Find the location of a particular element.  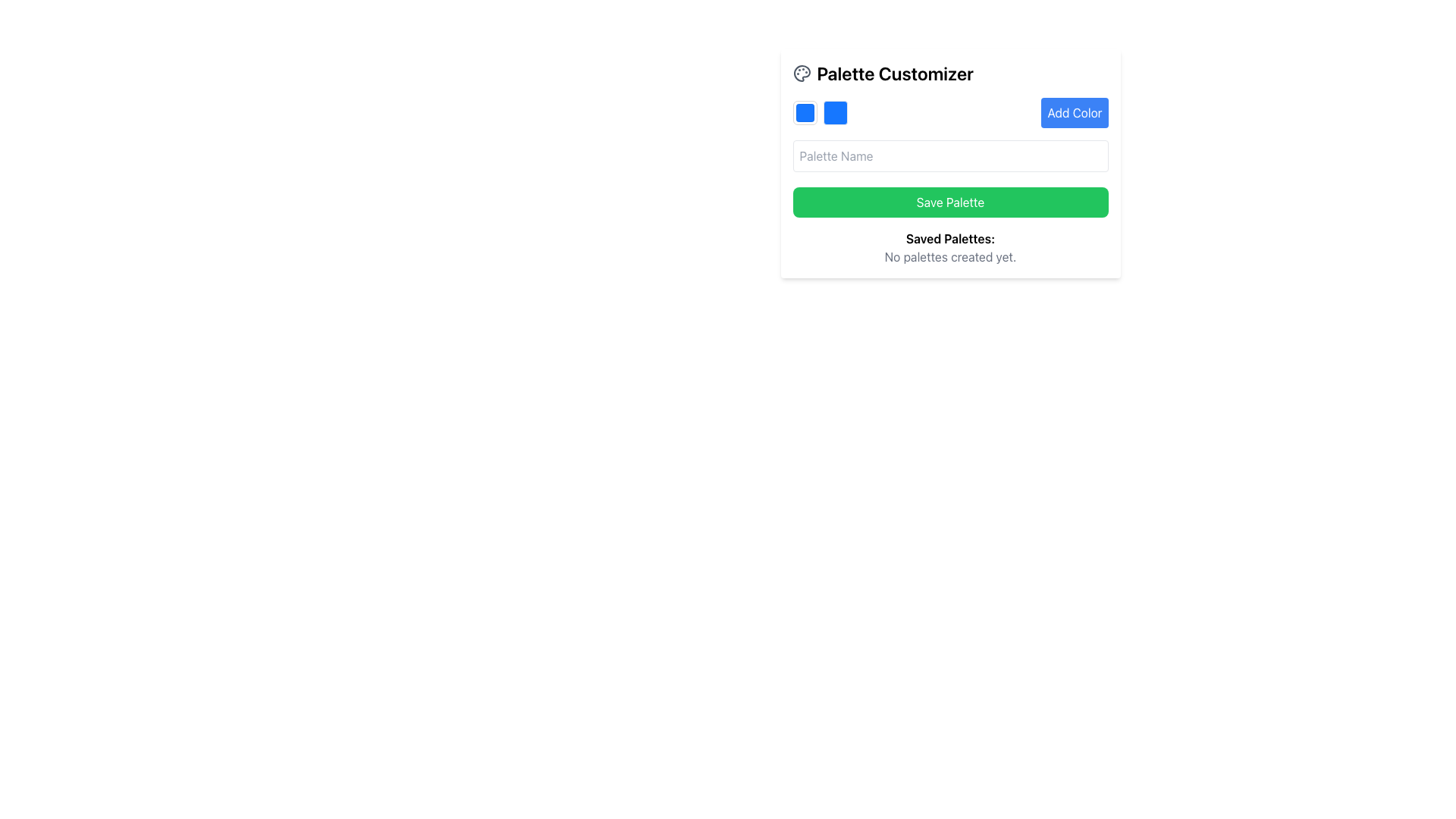

the palette customization icon located near the top-left corner of the 'Palette Customizer' panel, which visually represents the section's purpose is located at coordinates (801, 73).